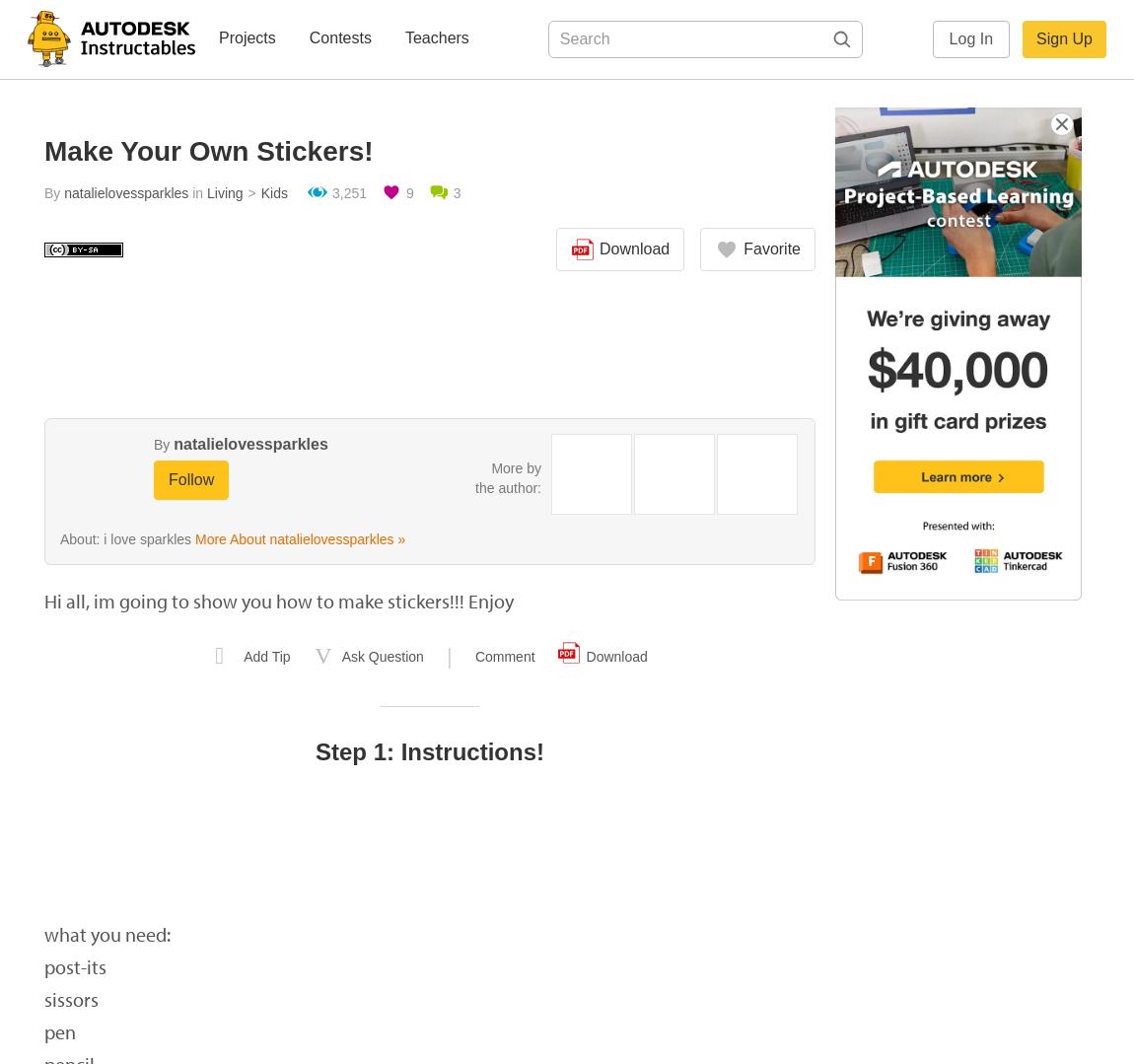  Describe the element at coordinates (382, 656) in the screenshot. I see `'Ask Question'` at that location.